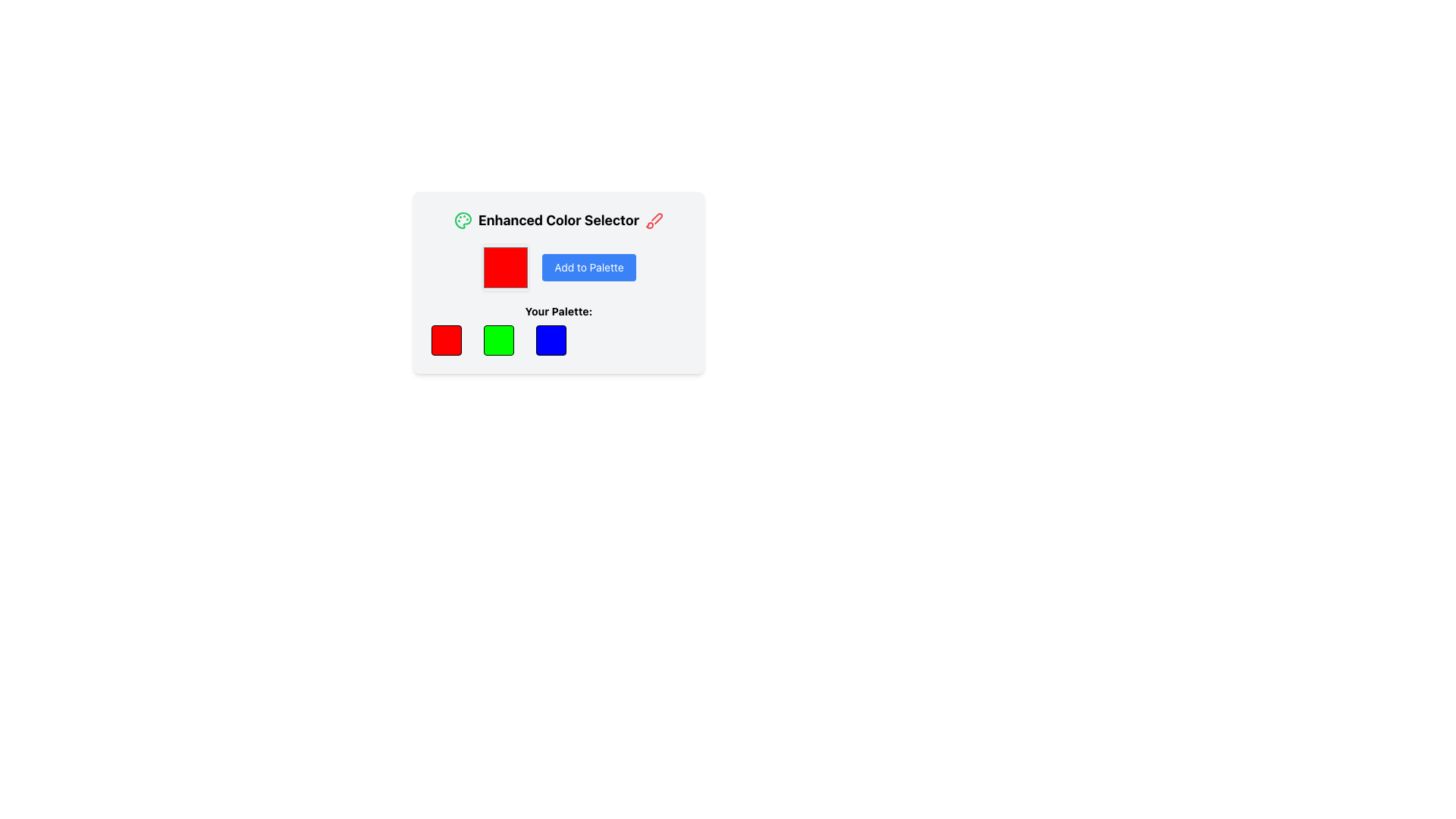  Describe the element at coordinates (588, 267) in the screenshot. I see `the button that adds the selected color to the color palette in the Enhanced Color Selector section` at that location.